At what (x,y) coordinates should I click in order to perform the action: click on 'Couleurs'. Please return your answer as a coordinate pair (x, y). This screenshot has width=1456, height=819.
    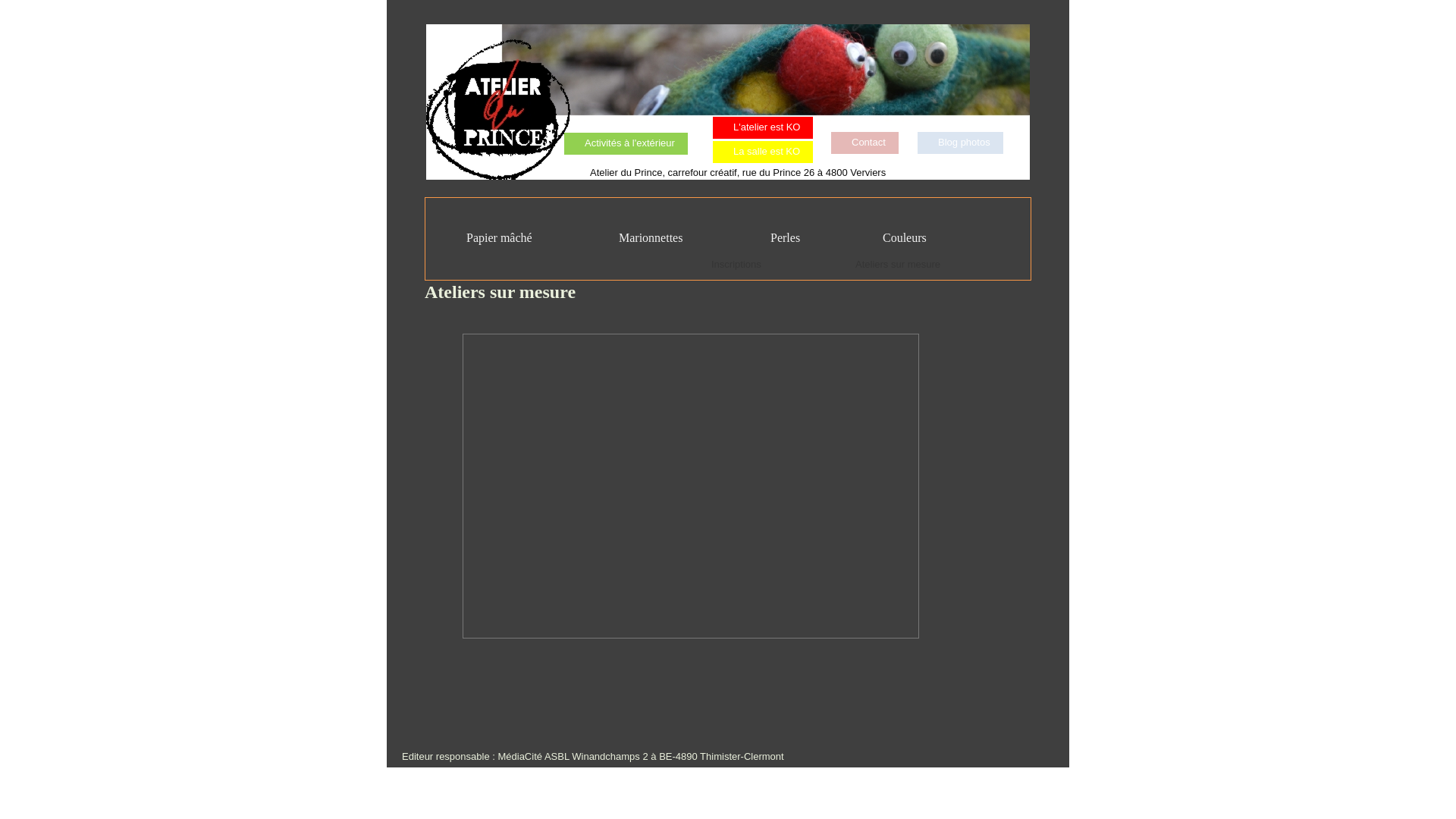
    Looking at the image, I should click on (895, 237).